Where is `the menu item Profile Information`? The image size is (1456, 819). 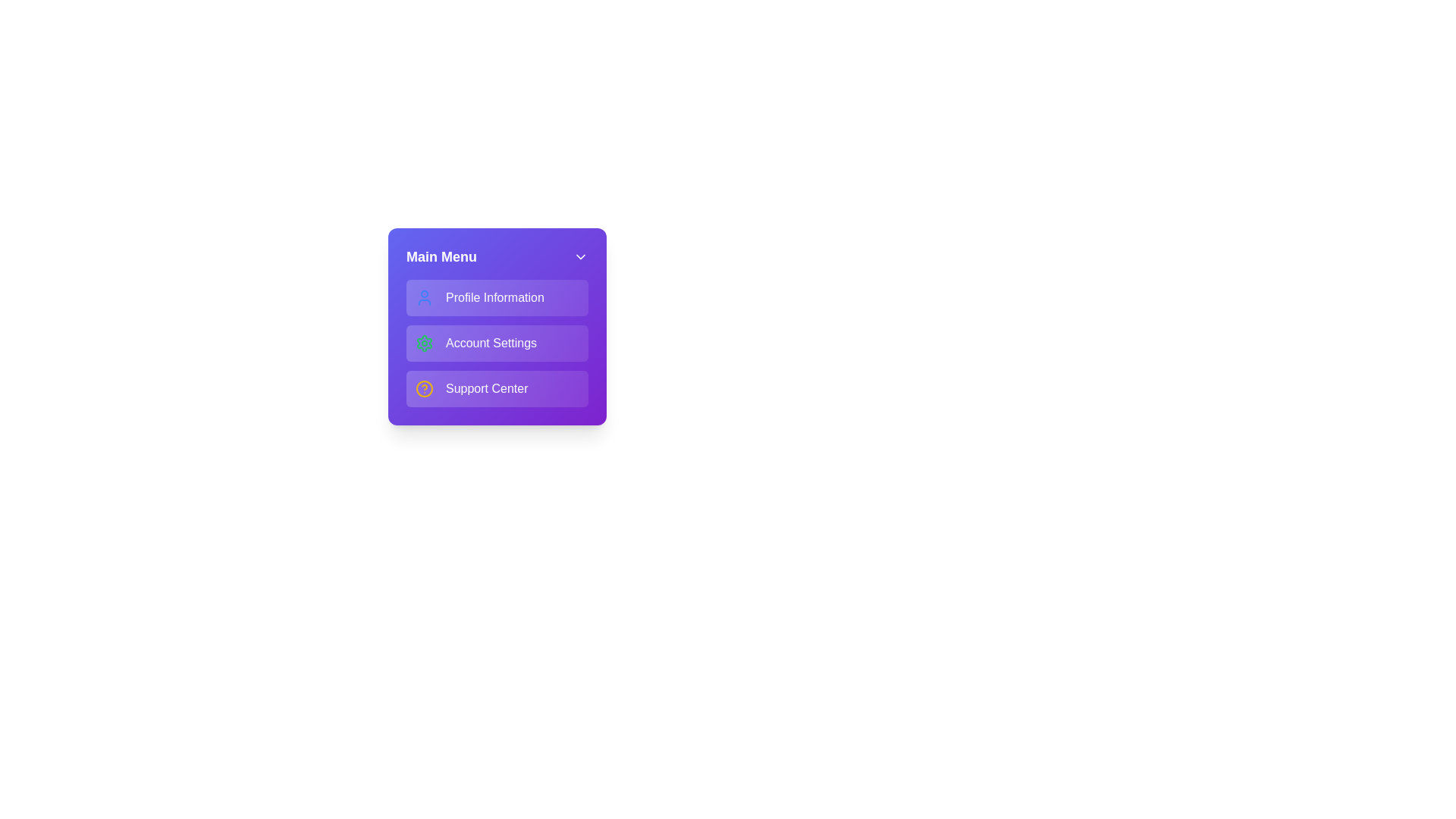 the menu item Profile Information is located at coordinates (497, 298).